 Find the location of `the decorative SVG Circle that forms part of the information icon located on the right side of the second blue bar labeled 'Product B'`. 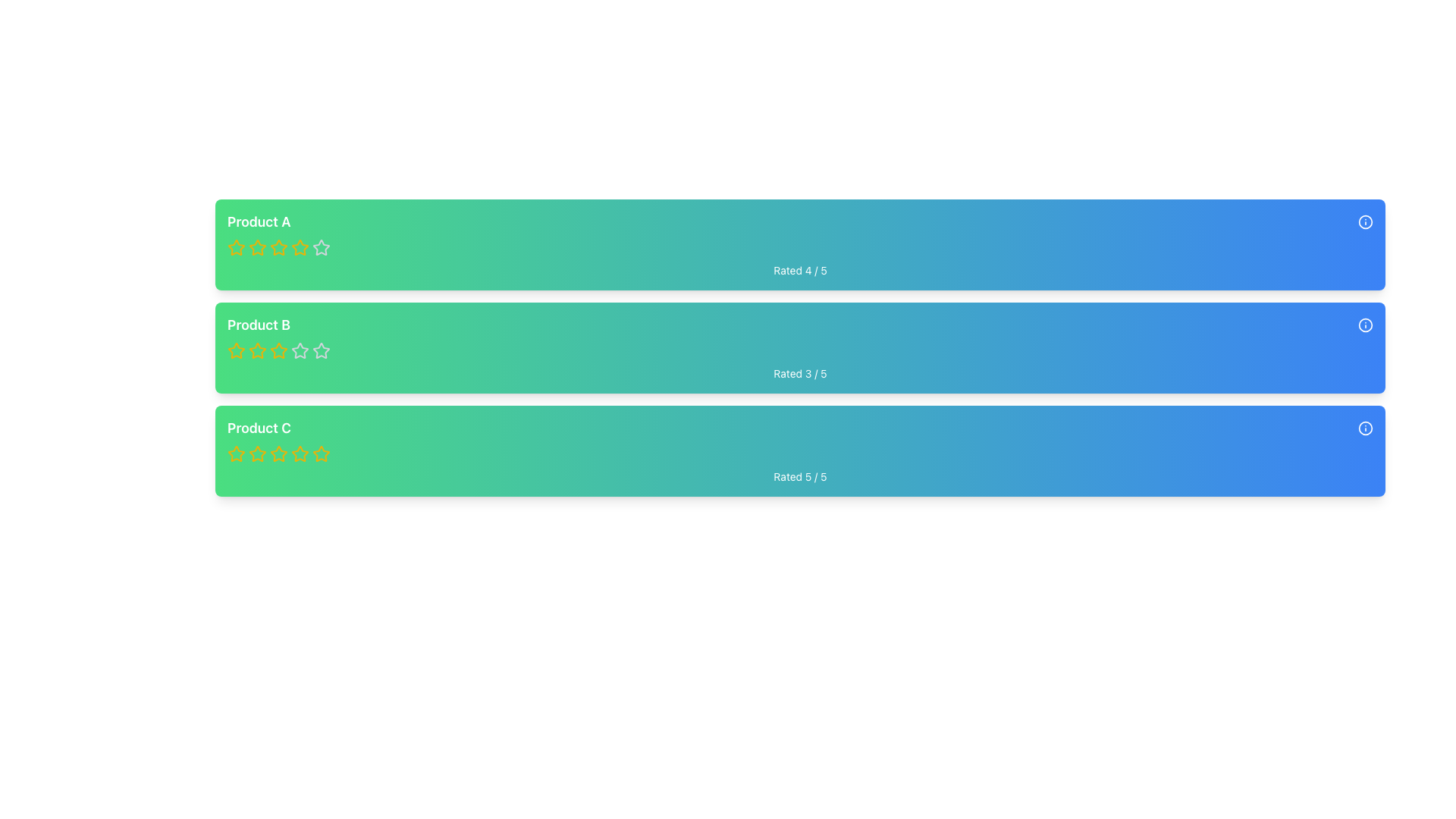

the decorative SVG Circle that forms part of the information icon located on the right side of the second blue bar labeled 'Product B' is located at coordinates (1365, 324).